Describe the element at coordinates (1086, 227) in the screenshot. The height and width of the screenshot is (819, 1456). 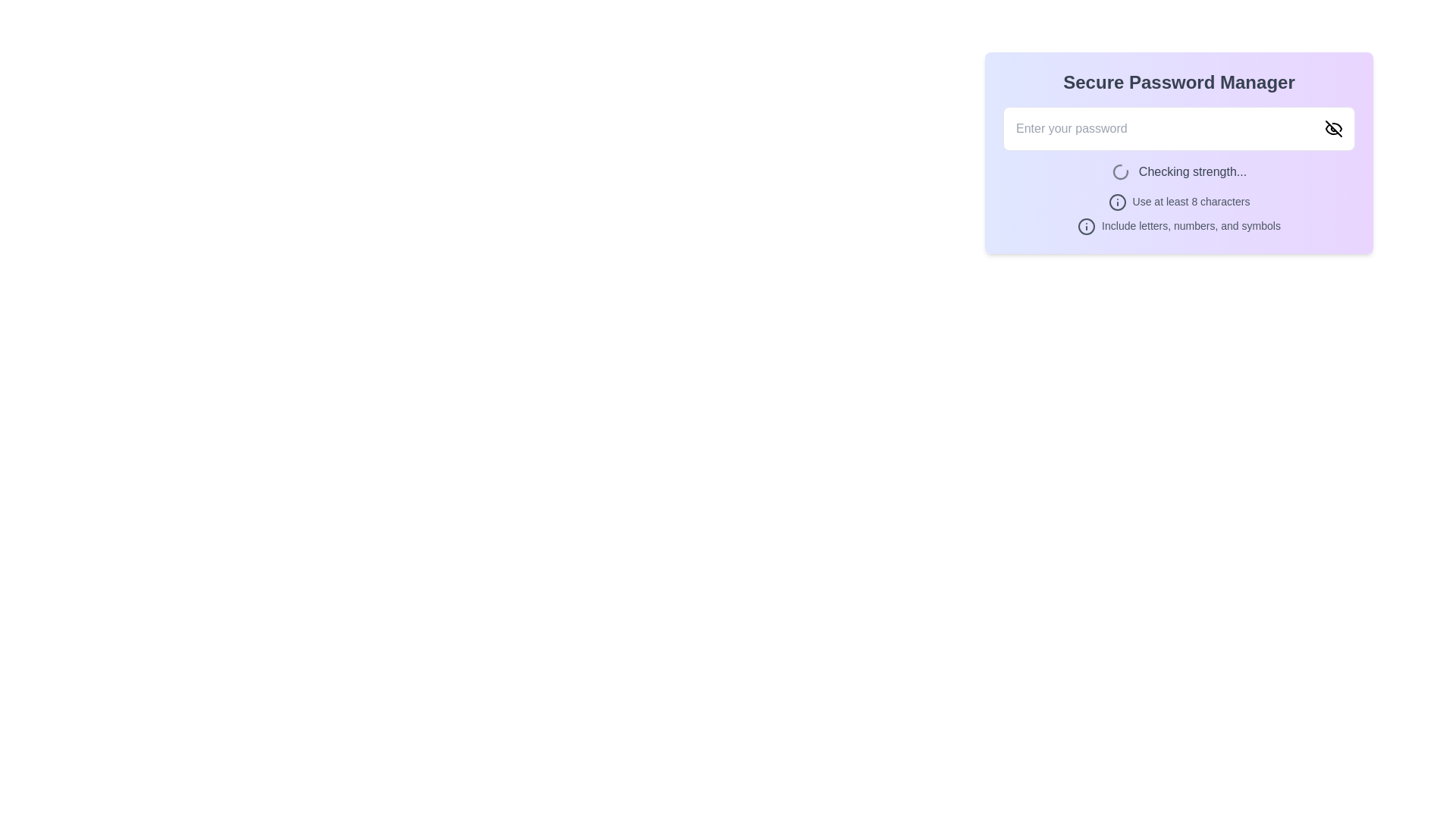
I see `the circular informational icon within the SVG graphic located near the bottom right of the password manager interface` at that location.